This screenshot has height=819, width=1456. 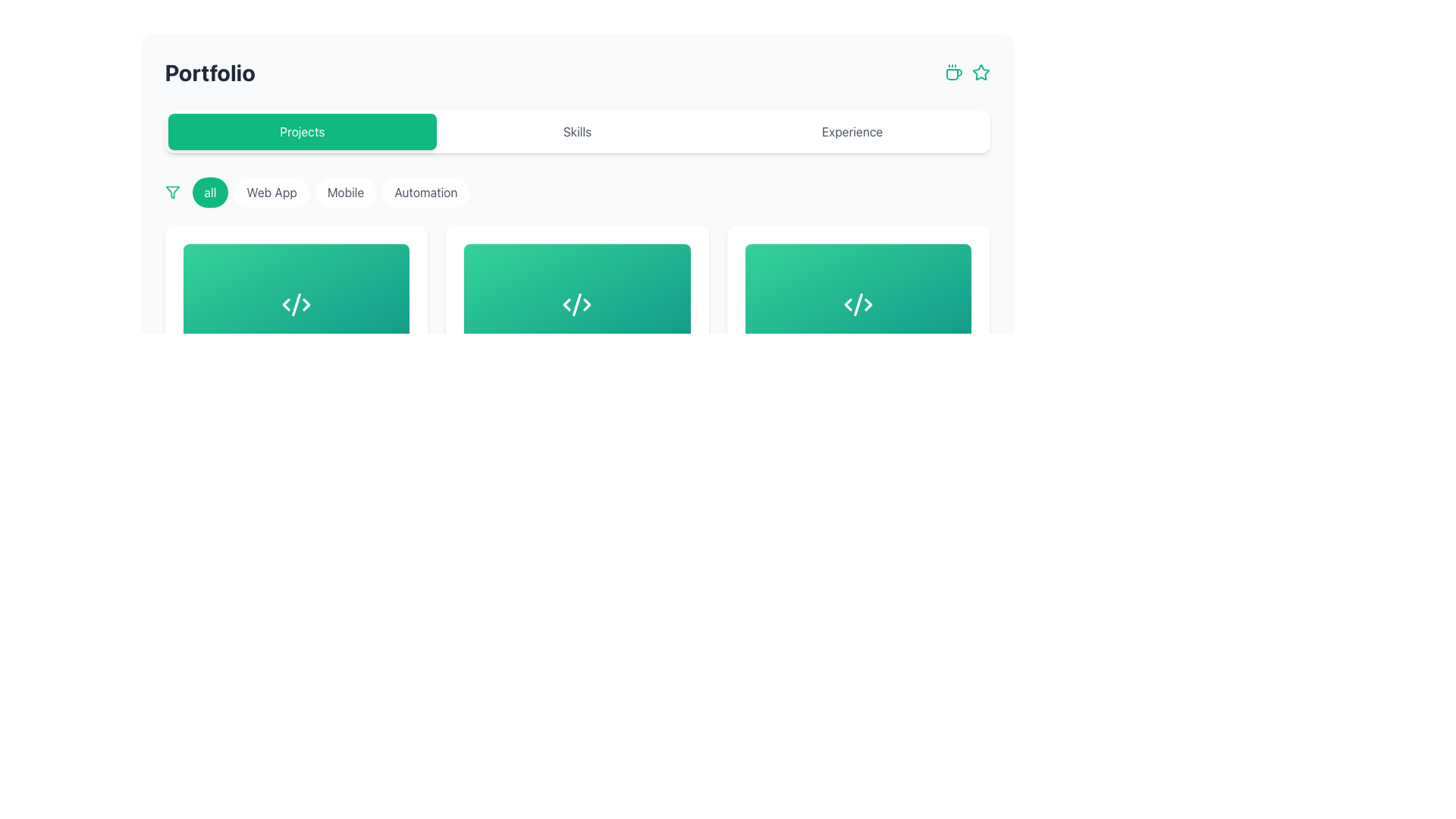 What do you see at coordinates (296, 304) in the screenshot?
I see `the icon representing a code-related project located centrally within the first card in the second row of the Portfolio section, directly below the 'all' filter button` at bounding box center [296, 304].